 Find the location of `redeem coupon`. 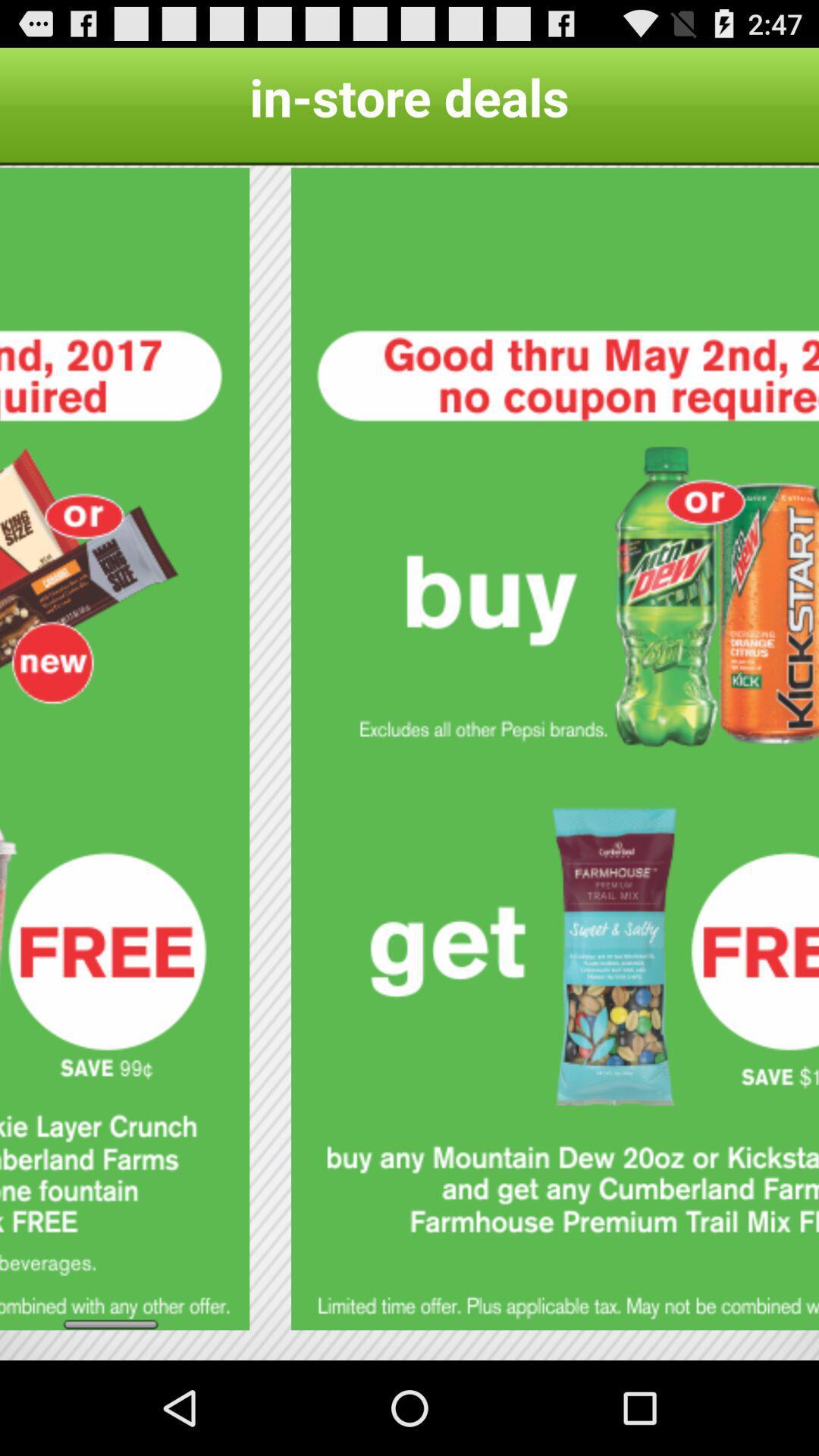

redeem coupon is located at coordinates (555, 748).